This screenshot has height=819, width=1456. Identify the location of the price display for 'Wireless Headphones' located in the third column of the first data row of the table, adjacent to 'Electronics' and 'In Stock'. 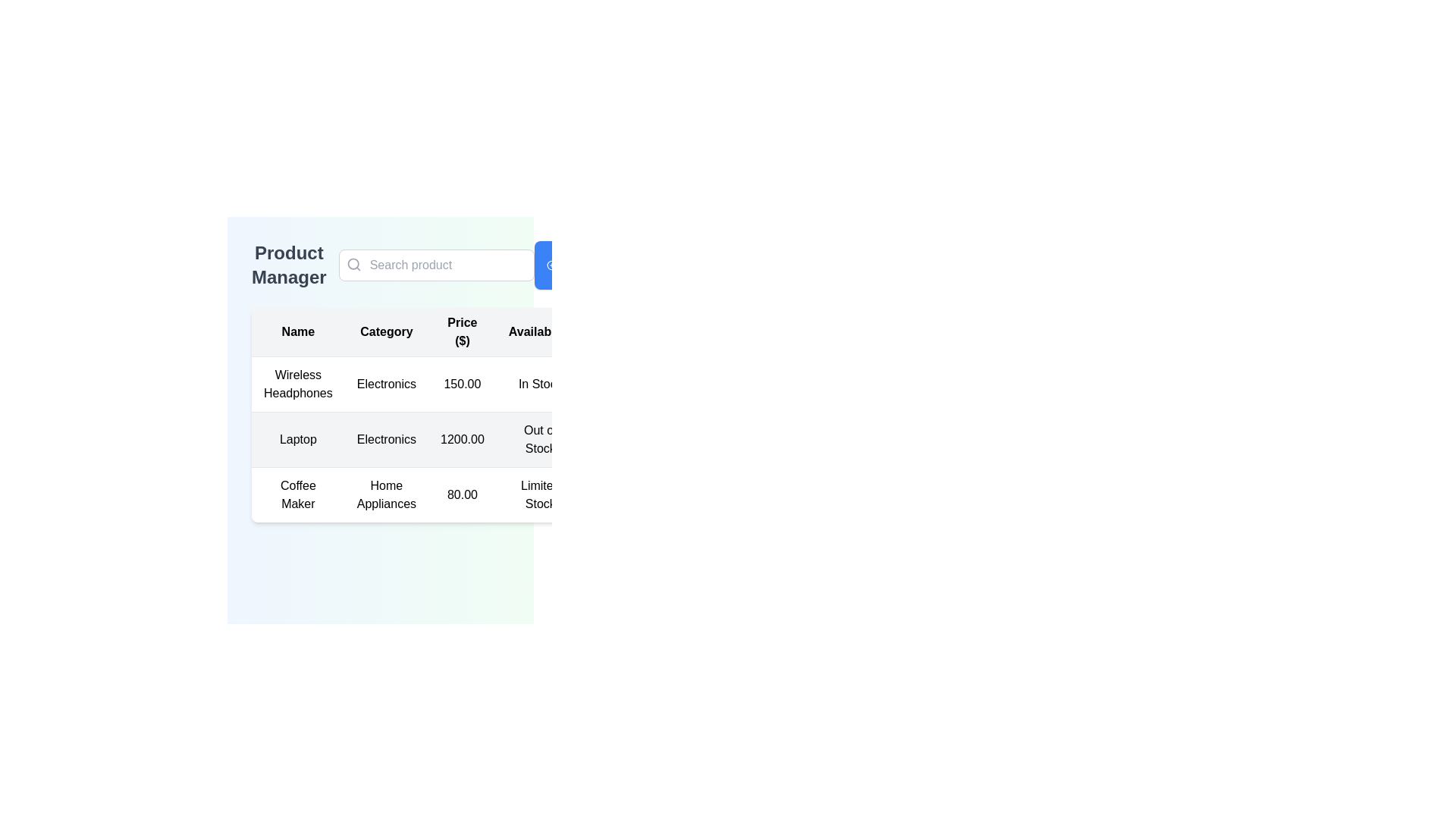
(461, 383).